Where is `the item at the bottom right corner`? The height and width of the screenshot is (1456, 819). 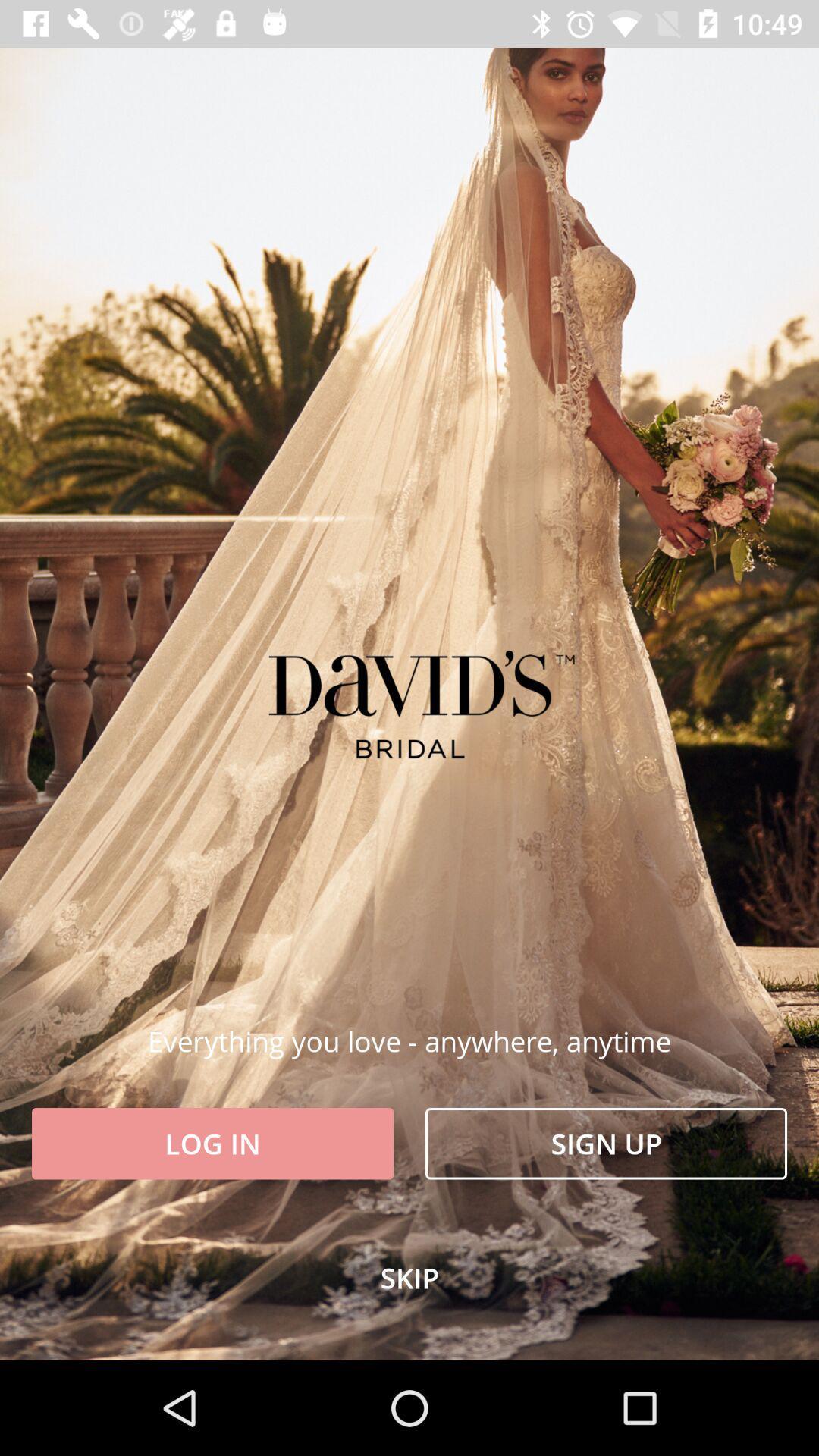
the item at the bottom right corner is located at coordinates (605, 1144).